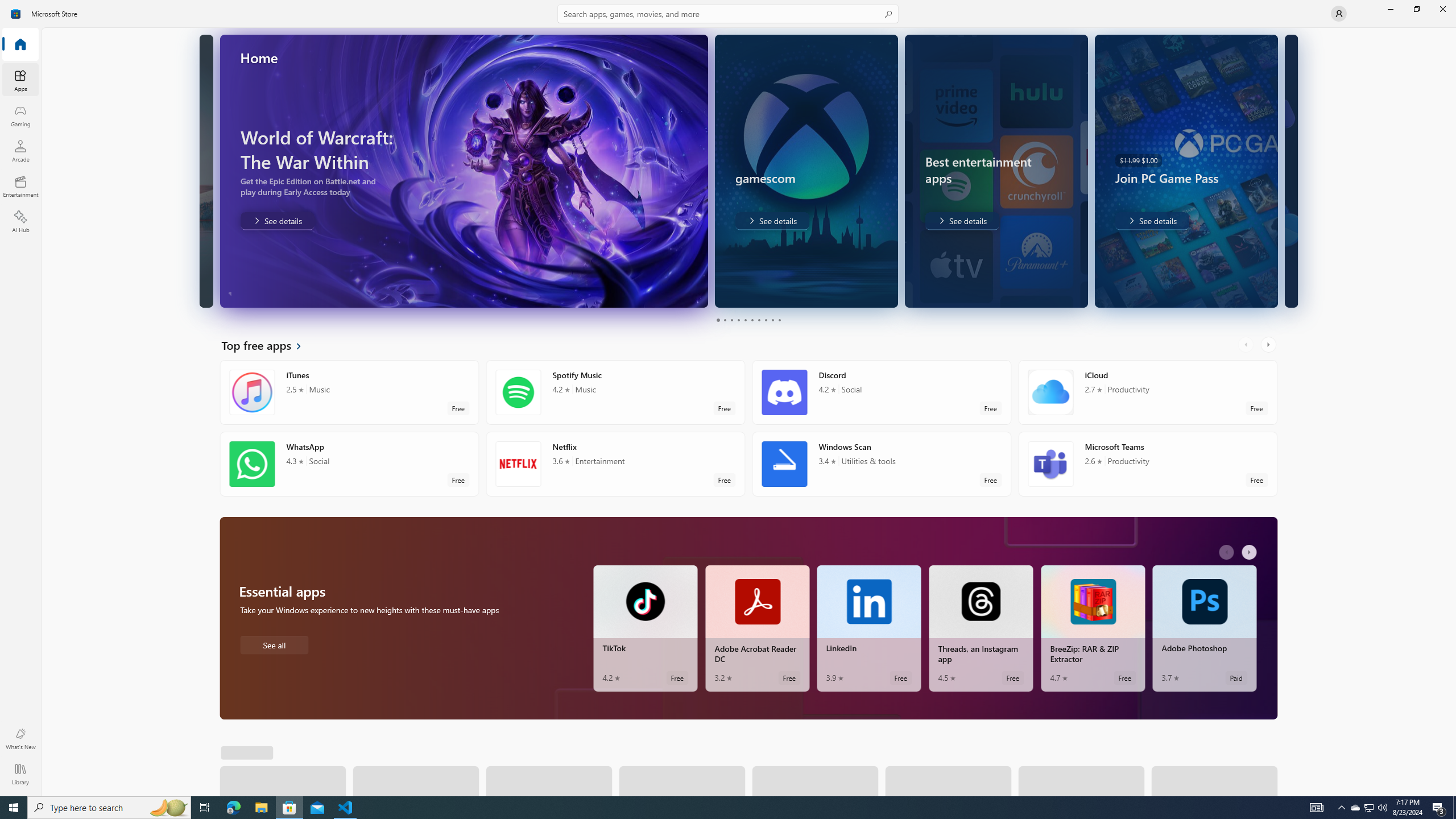 This screenshot has height=819, width=1456. What do you see at coordinates (728, 13) in the screenshot?
I see `'Search'` at bounding box center [728, 13].